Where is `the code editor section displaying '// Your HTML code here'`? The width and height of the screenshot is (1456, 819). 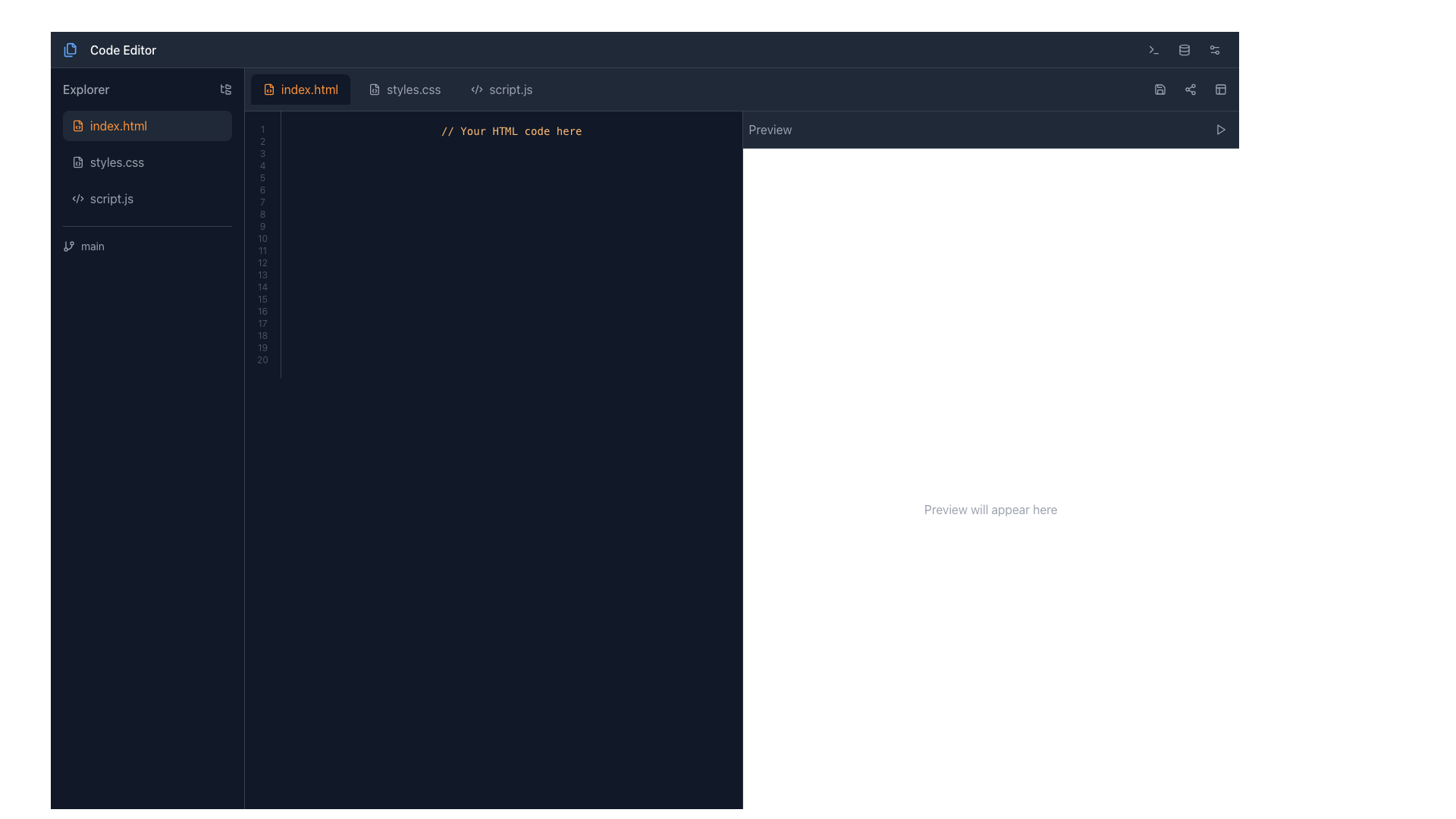 the code editor section displaying '// Your HTML code here' is located at coordinates (493, 244).